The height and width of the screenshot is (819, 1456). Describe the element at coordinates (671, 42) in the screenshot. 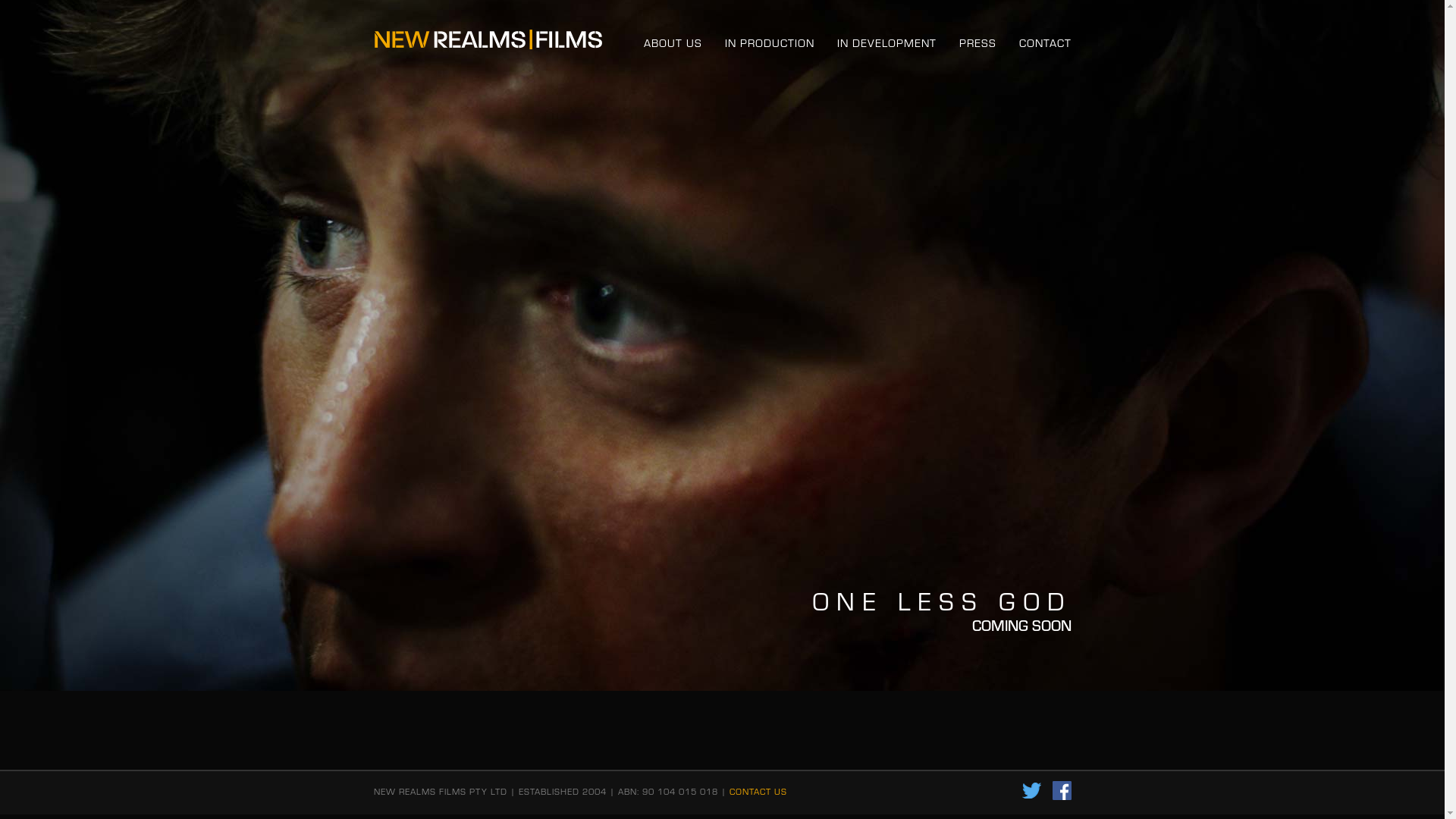

I see `'ABOUT US'` at that location.